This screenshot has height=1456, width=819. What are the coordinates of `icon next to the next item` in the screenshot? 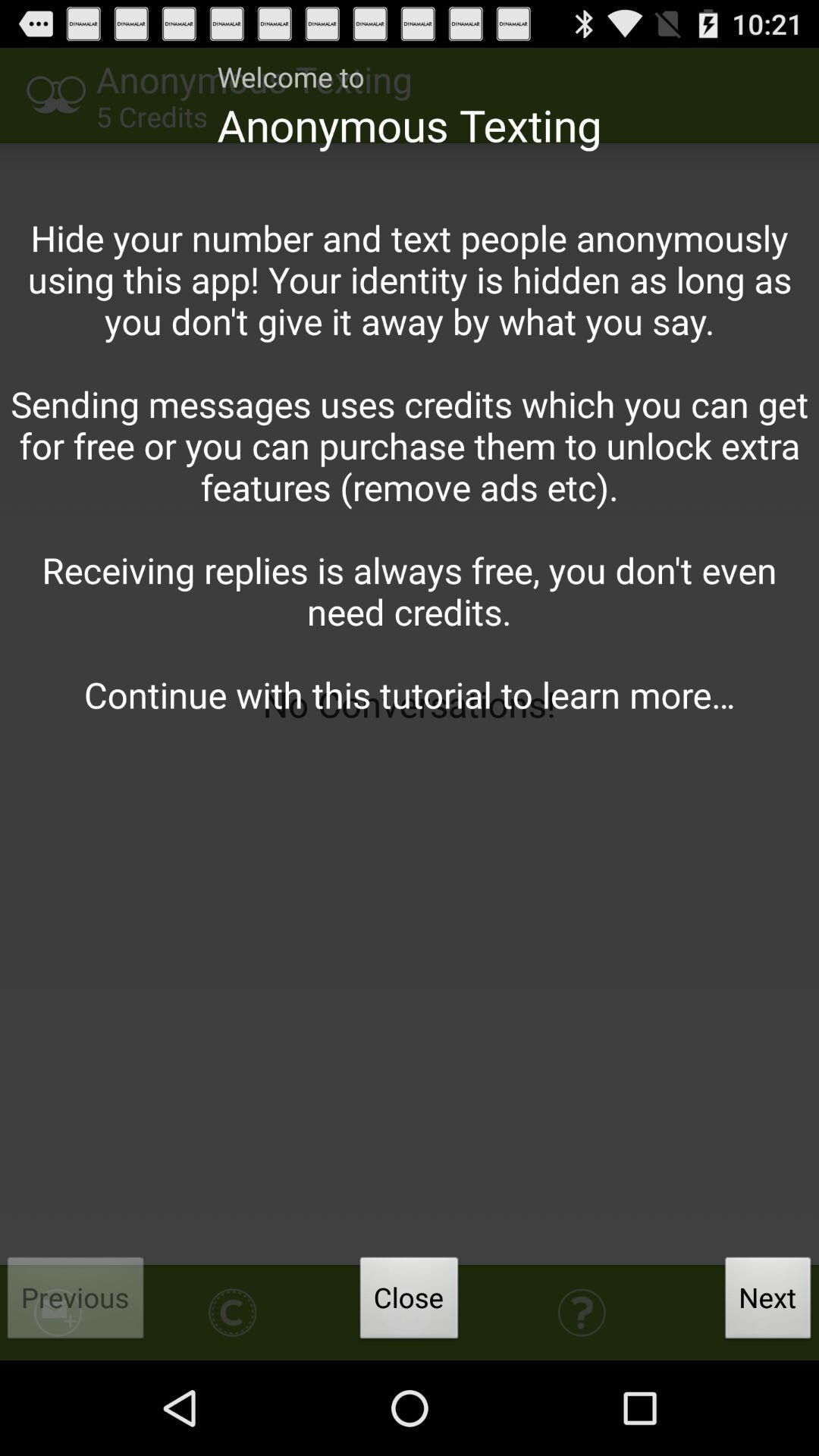 It's located at (409, 1301).